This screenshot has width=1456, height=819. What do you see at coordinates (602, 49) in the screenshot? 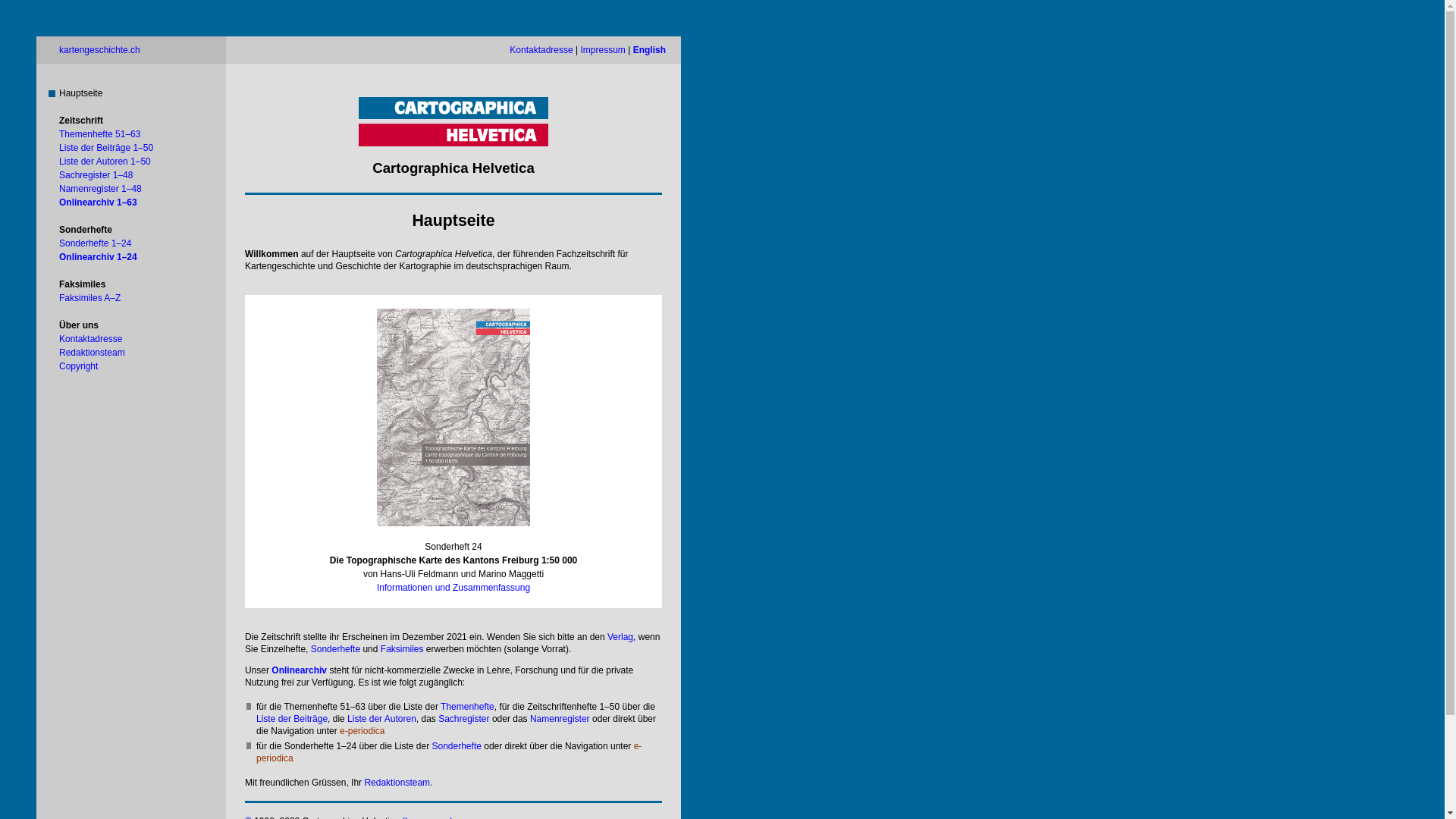
I see `'Impressum'` at bounding box center [602, 49].